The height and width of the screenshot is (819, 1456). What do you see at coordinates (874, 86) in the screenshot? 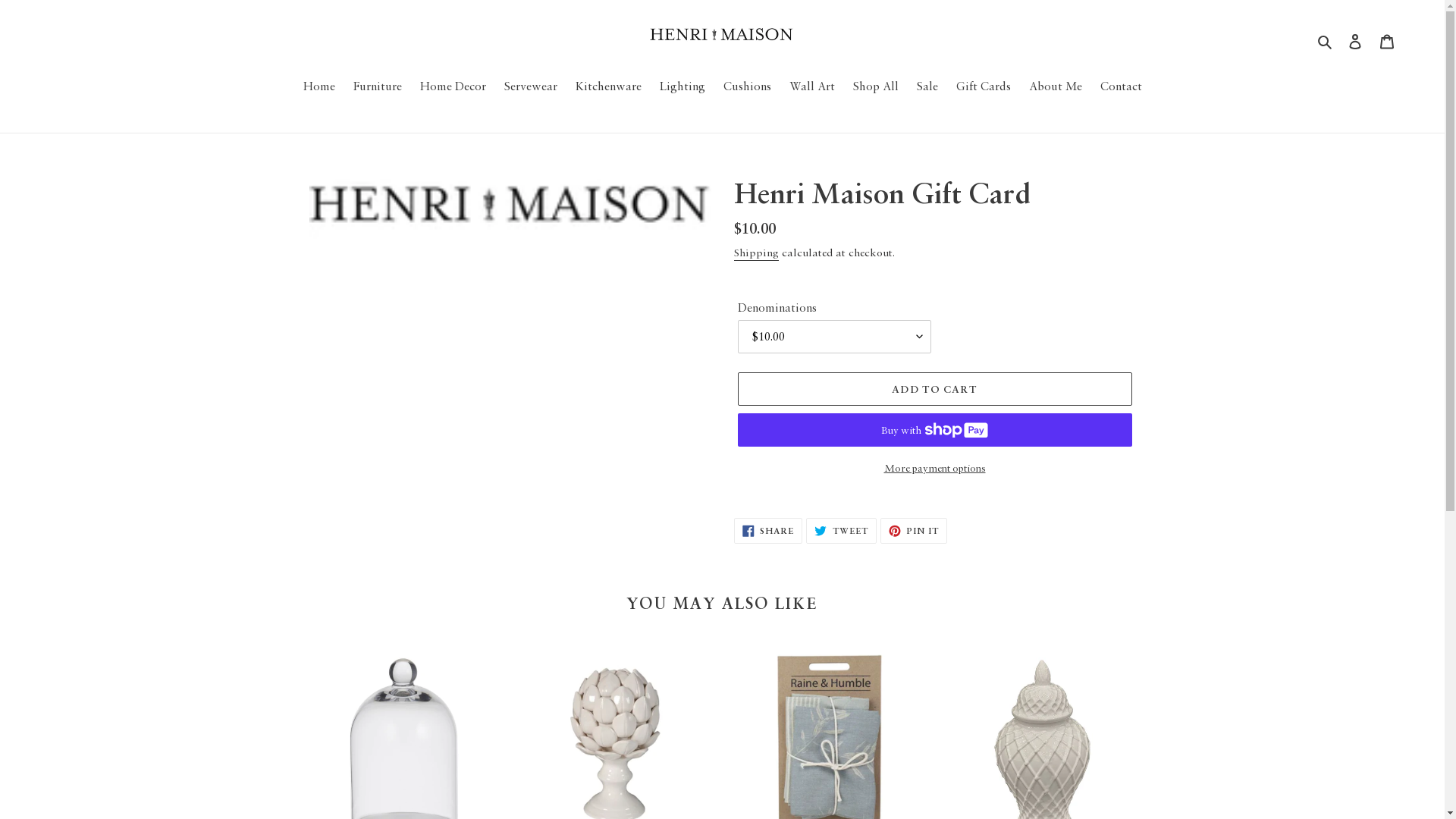
I see `'Shop All'` at bounding box center [874, 86].